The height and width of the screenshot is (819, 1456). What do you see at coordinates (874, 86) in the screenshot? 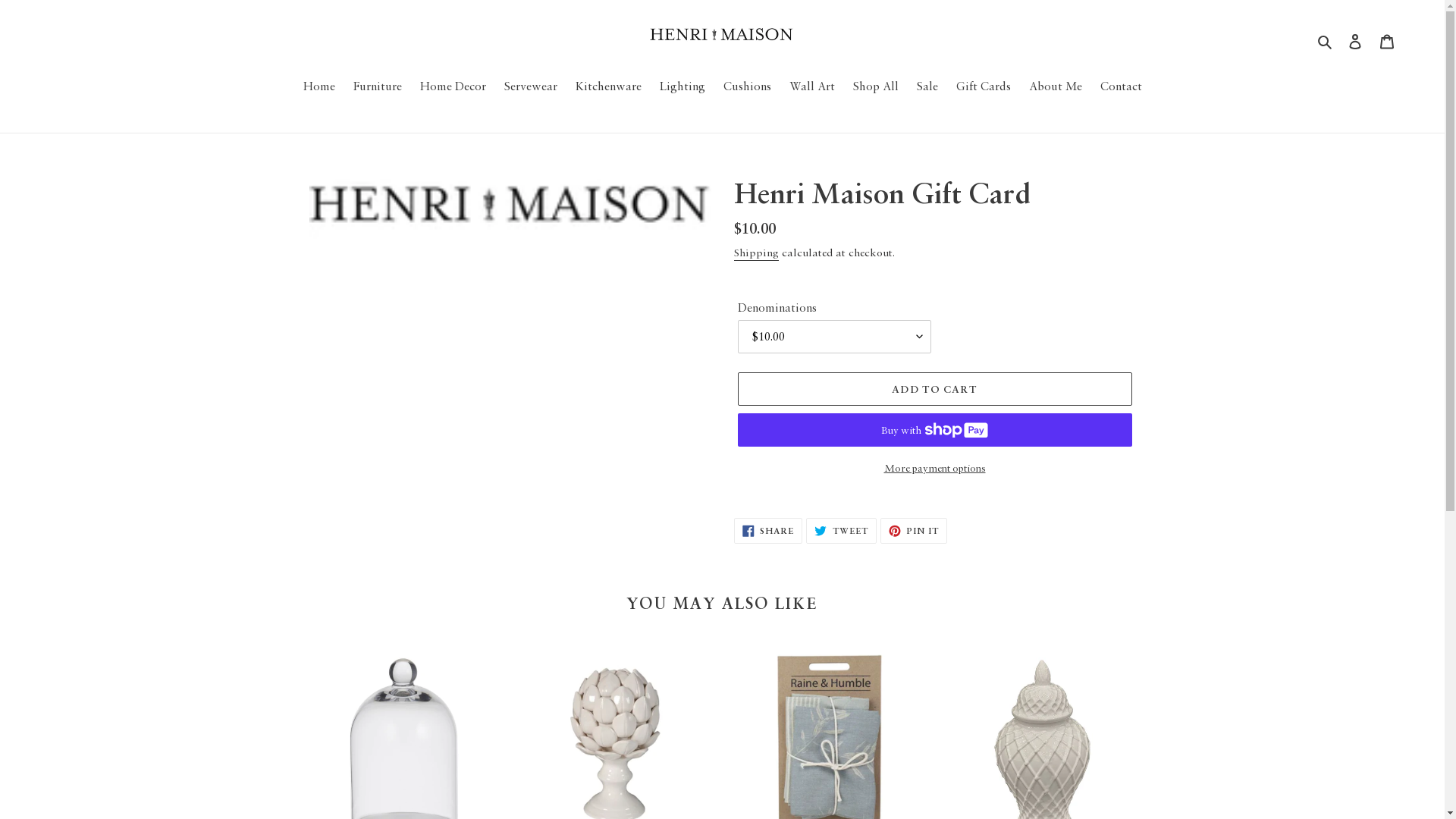
I see `'Shop All'` at bounding box center [874, 86].